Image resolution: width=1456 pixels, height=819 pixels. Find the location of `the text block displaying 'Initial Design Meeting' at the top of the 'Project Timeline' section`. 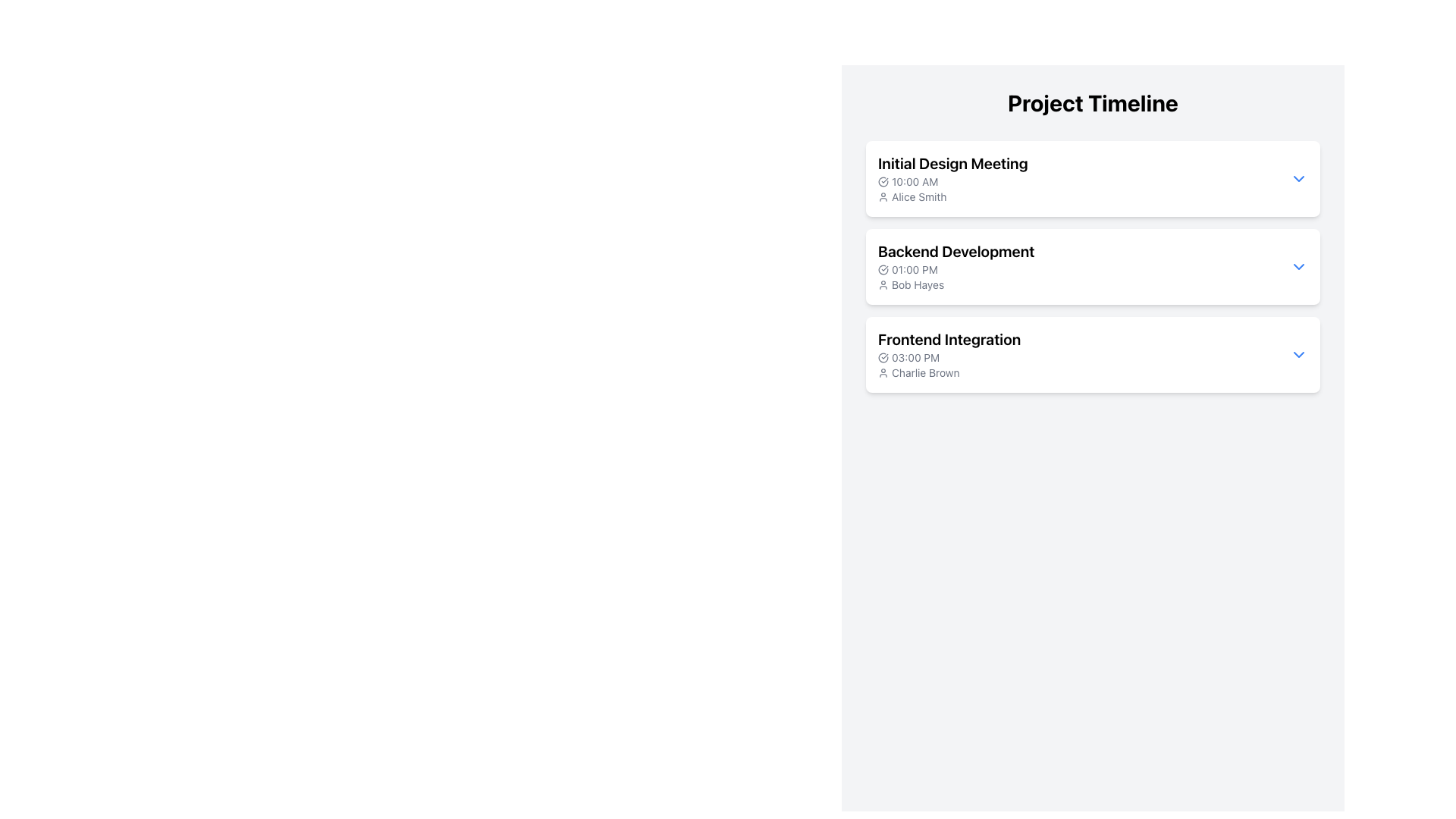

the text block displaying 'Initial Design Meeting' at the top of the 'Project Timeline' section is located at coordinates (952, 177).